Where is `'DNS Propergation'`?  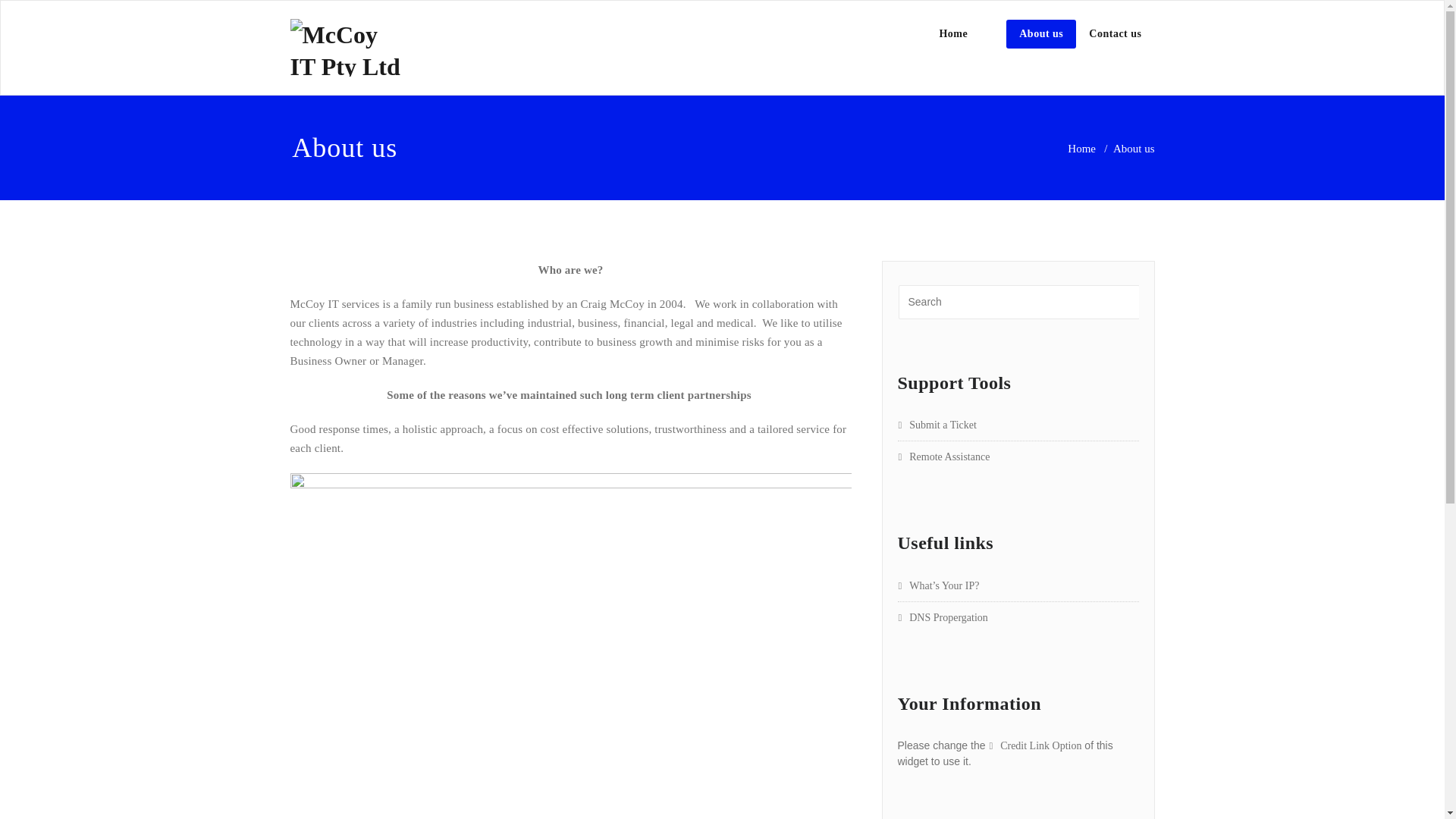
'DNS Propergation' is located at coordinates (942, 617).